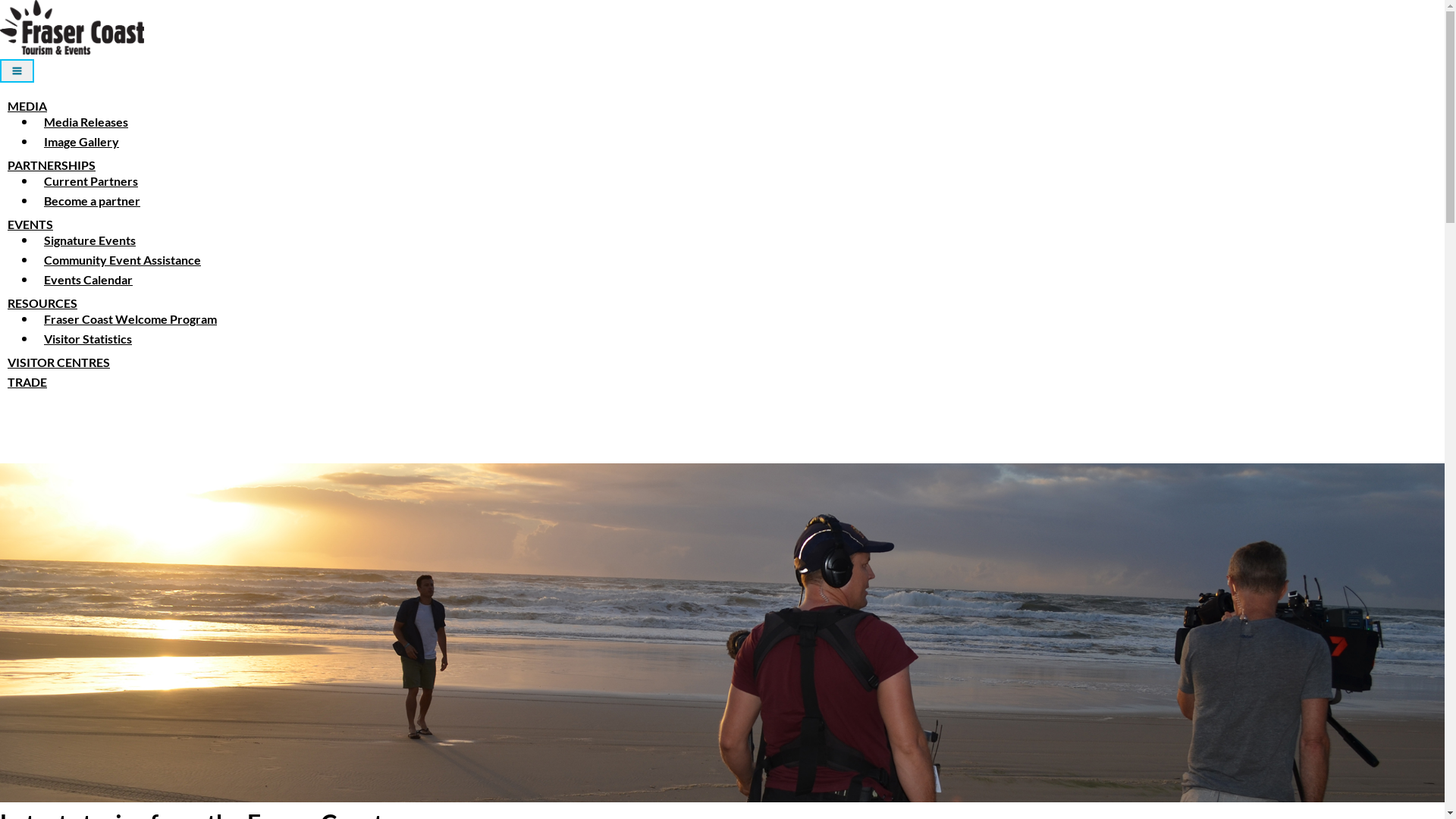 Image resolution: width=1456 pixels, height=819 pixels. I want to click on 'EVENTS', so click(0, 224).